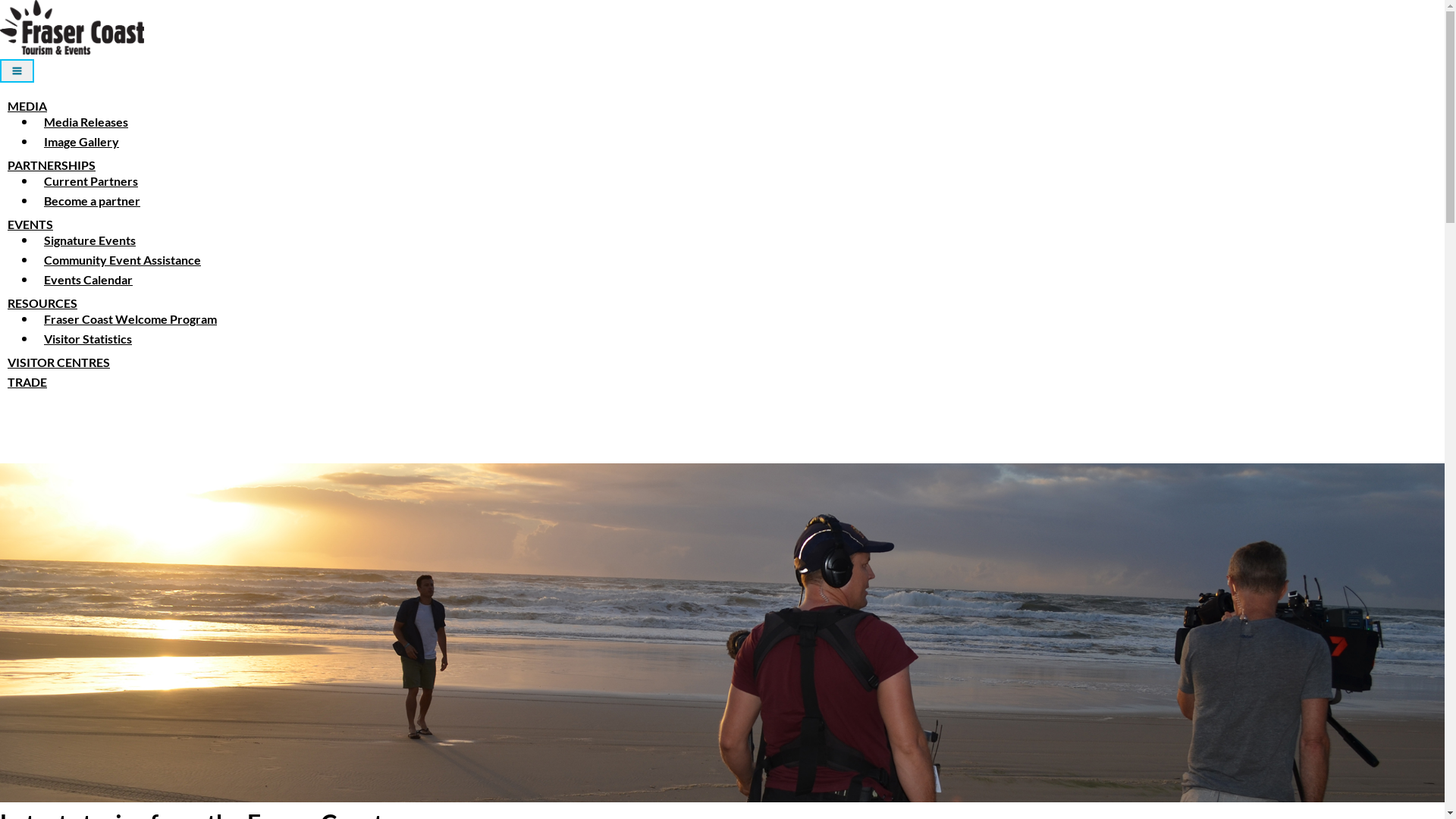 Image resolution: width=1456 pixels, height=819 pixels. I want to click on 'EVENTS', so click(0, 224).